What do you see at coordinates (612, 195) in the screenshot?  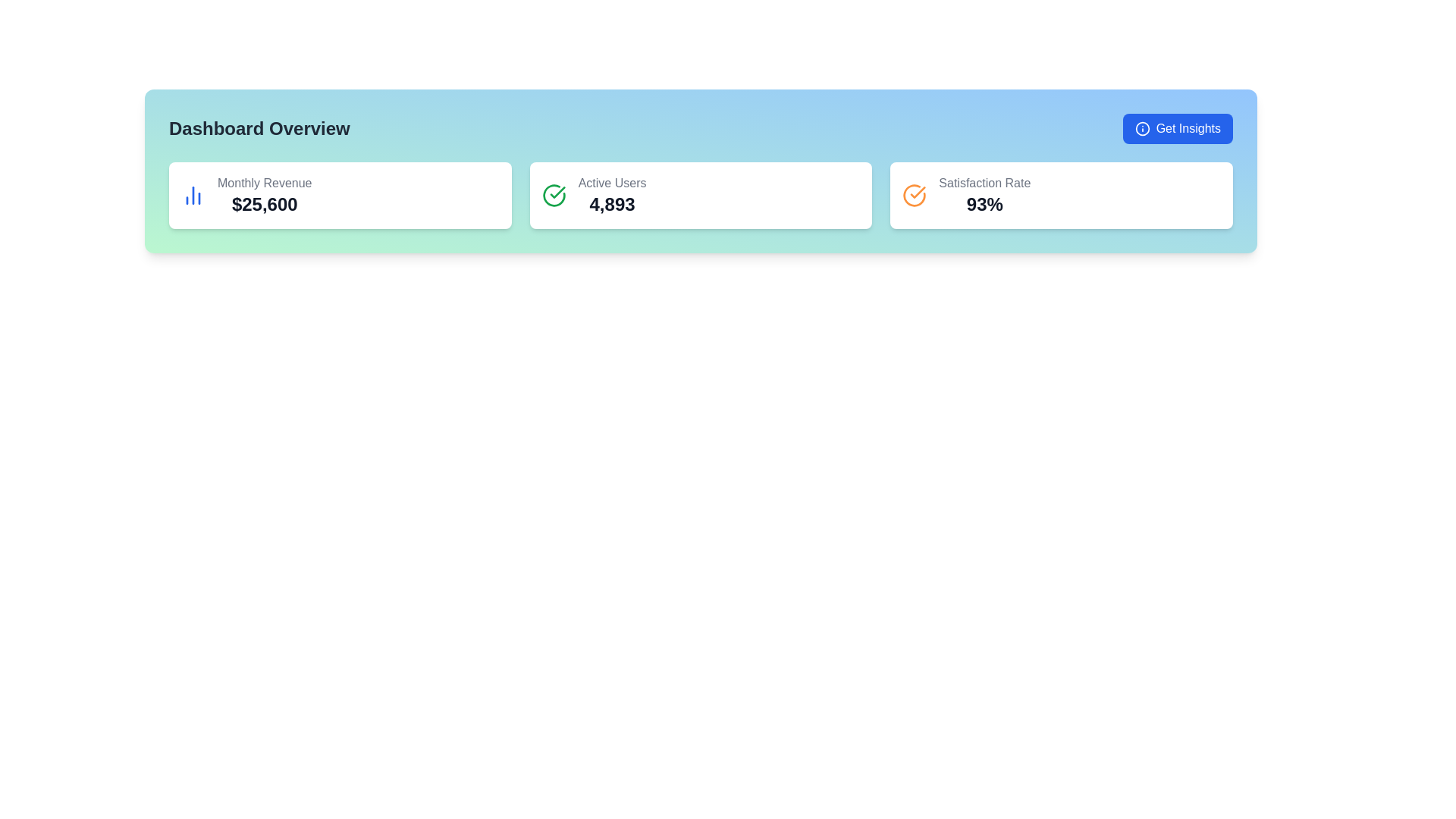 I see `the Information display panel, which is the second card in a row of three cards, displaying statistical data for active users` at bounding box center [612, 195].